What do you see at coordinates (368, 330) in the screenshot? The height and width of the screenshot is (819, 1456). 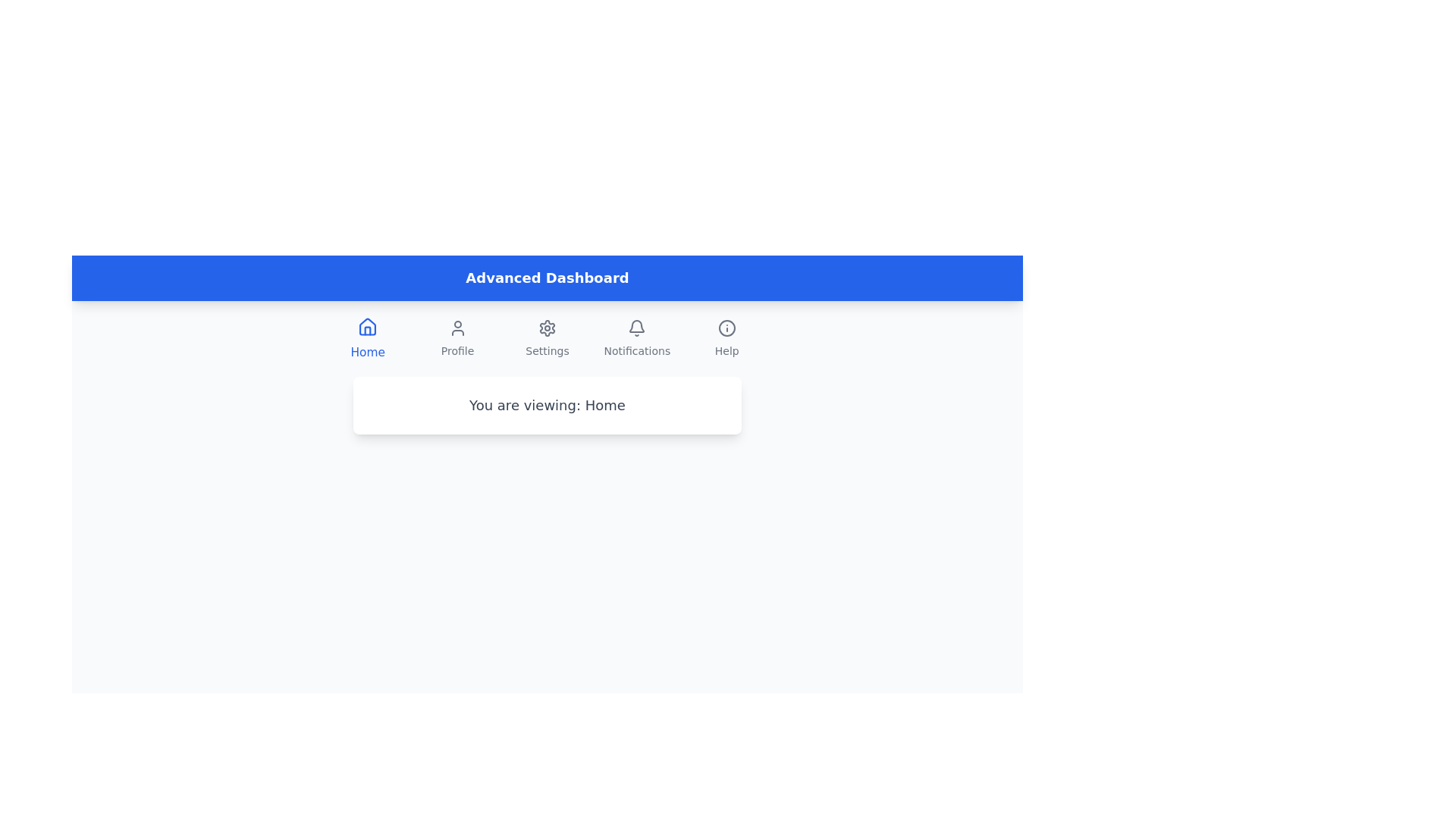 I see `the vertical line representing the door inside the house icon located at the top-left corner of the navigation bar` at bounding box center [368, 330].